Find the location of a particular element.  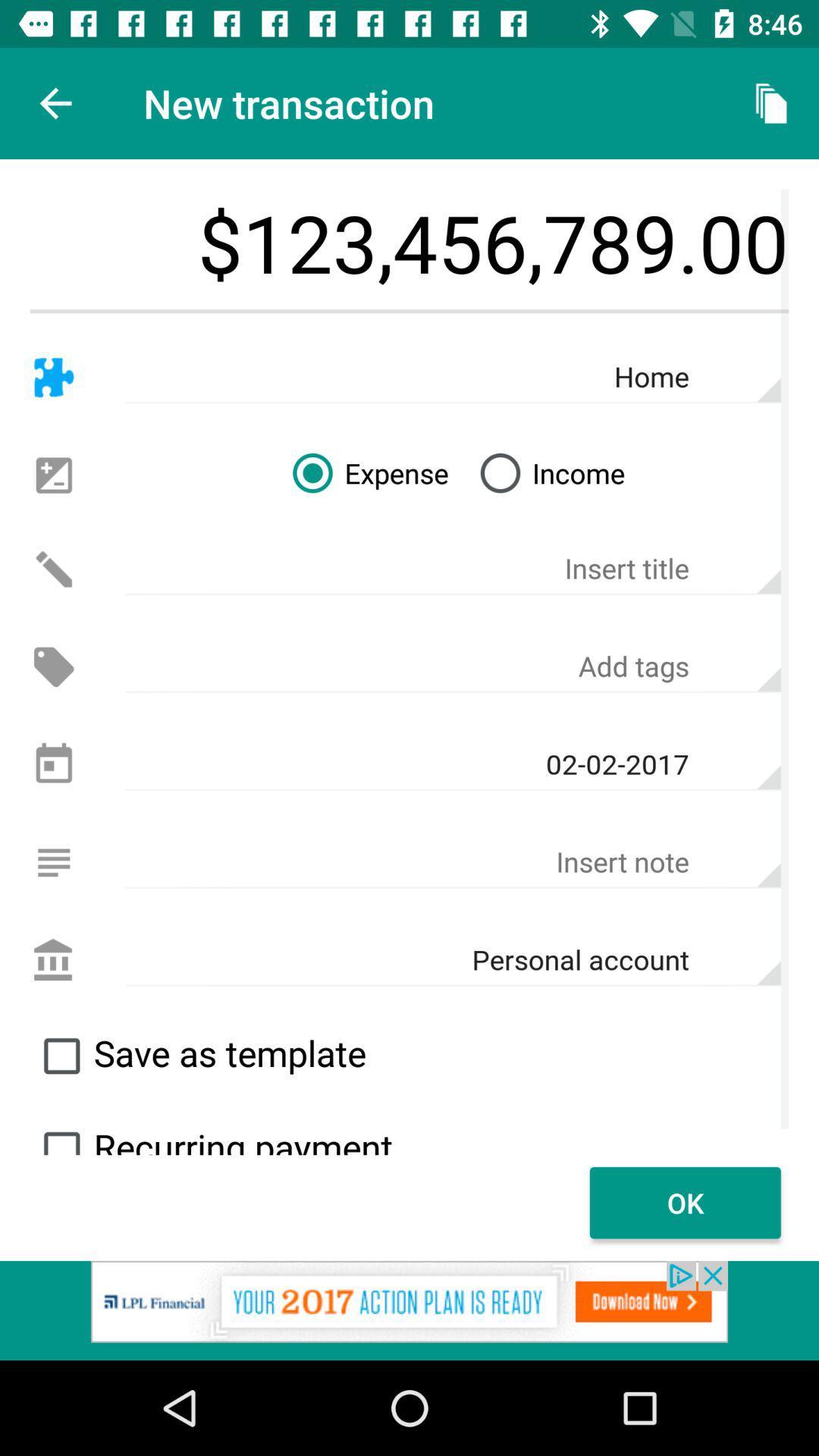

the edit icon is located at coordinates (53, 568).